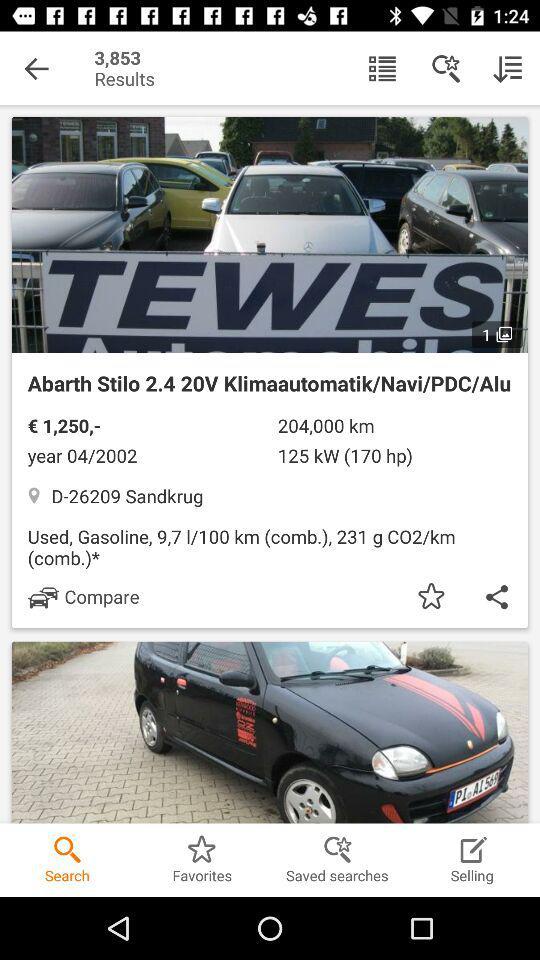 The height and width of the screenshot is (960, 540). Describe the element at coordinates (36, 68) in the screenshot. I see `item next to 3,853 item` at that location.